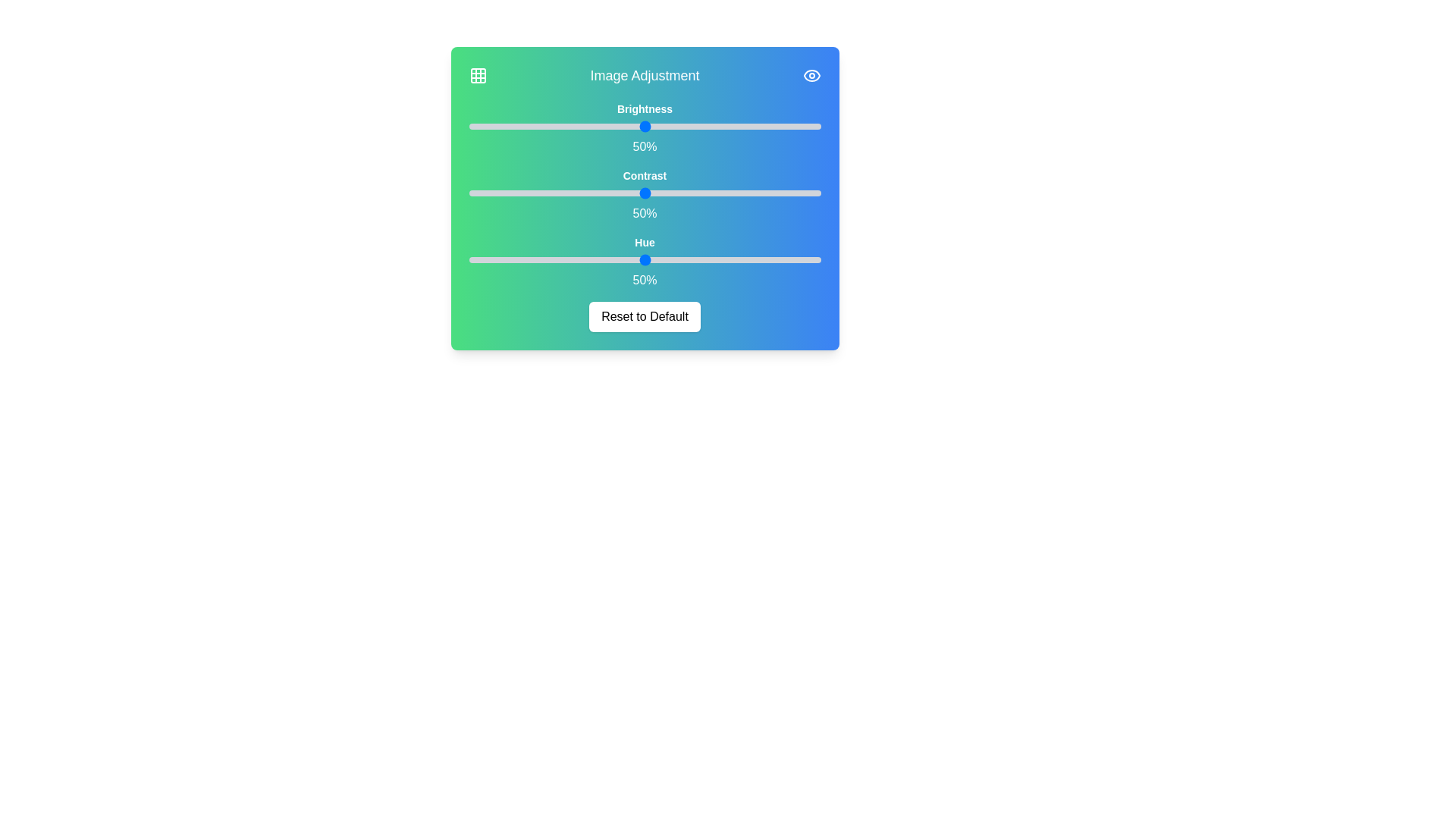 Image resolution: width=1456 pixels, height=819 pixels. I want to click on the 0 slider to 55%, so click(837, 125).